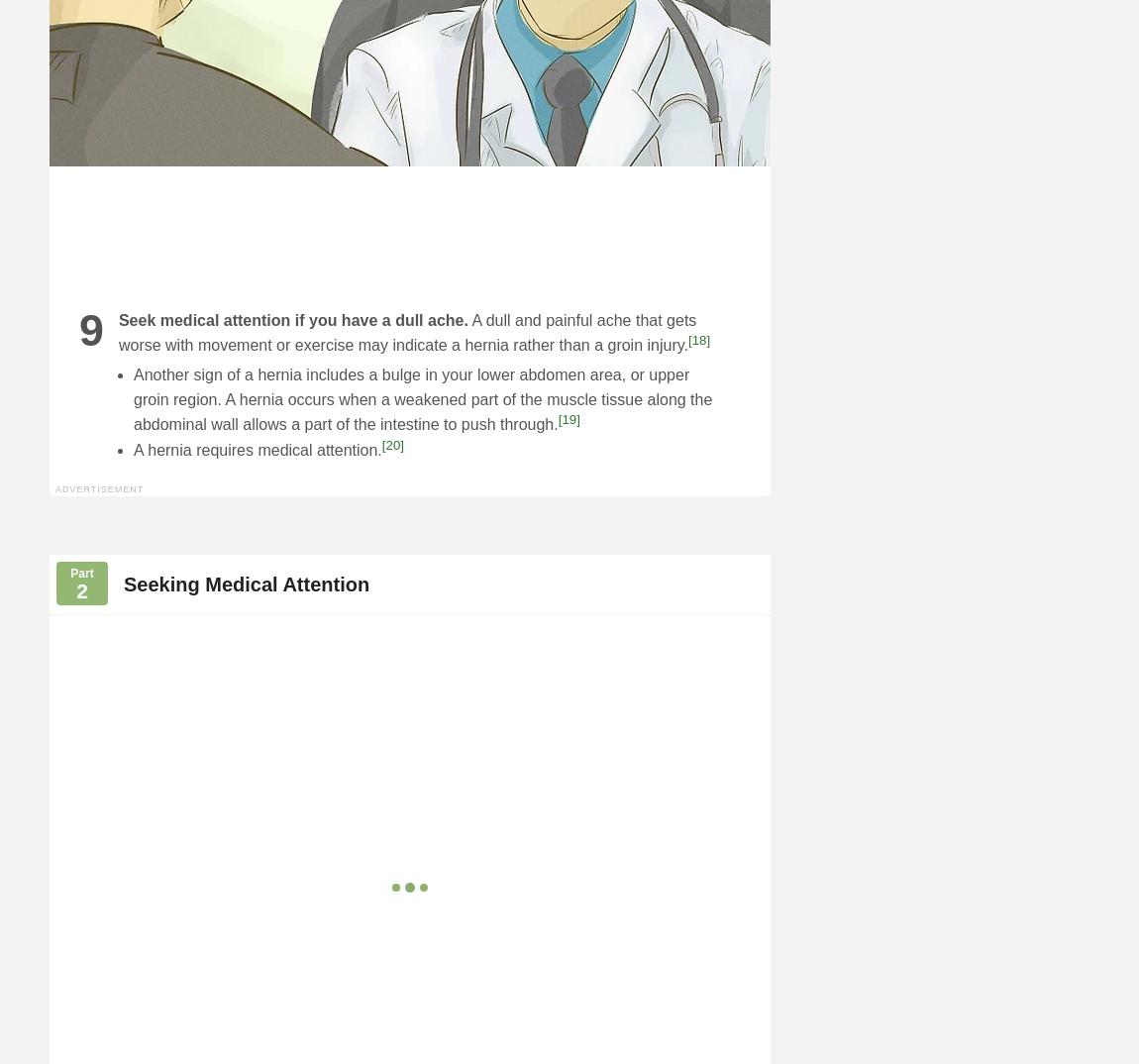  Describe the element at coordinates (422, 399) in the screenshot. I see `'Another sign of a hernia includes a bulge in your lower abdomen area, or upper groin region. A hernia occurs when a weakened part of the muscle tissue along the abdominal wall allows a part of the intestine to push through.'` at that location.